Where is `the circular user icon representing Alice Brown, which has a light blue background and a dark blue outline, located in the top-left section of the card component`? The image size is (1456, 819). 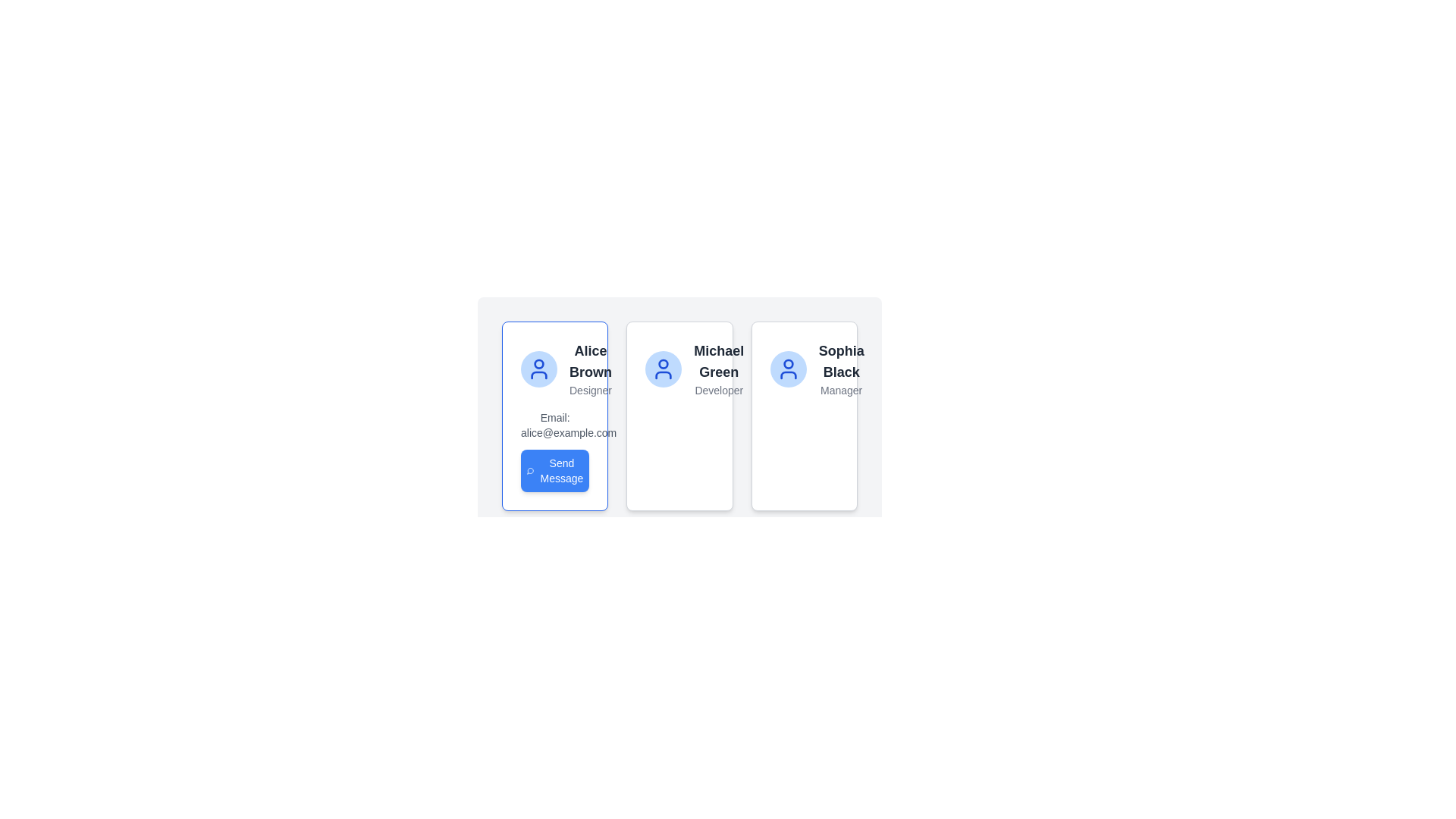 the circular user icon representing Alice Brown, which has a light blue background and a dark blue outline, located in the top-left section of the card component is located at coordinates (554, 369).